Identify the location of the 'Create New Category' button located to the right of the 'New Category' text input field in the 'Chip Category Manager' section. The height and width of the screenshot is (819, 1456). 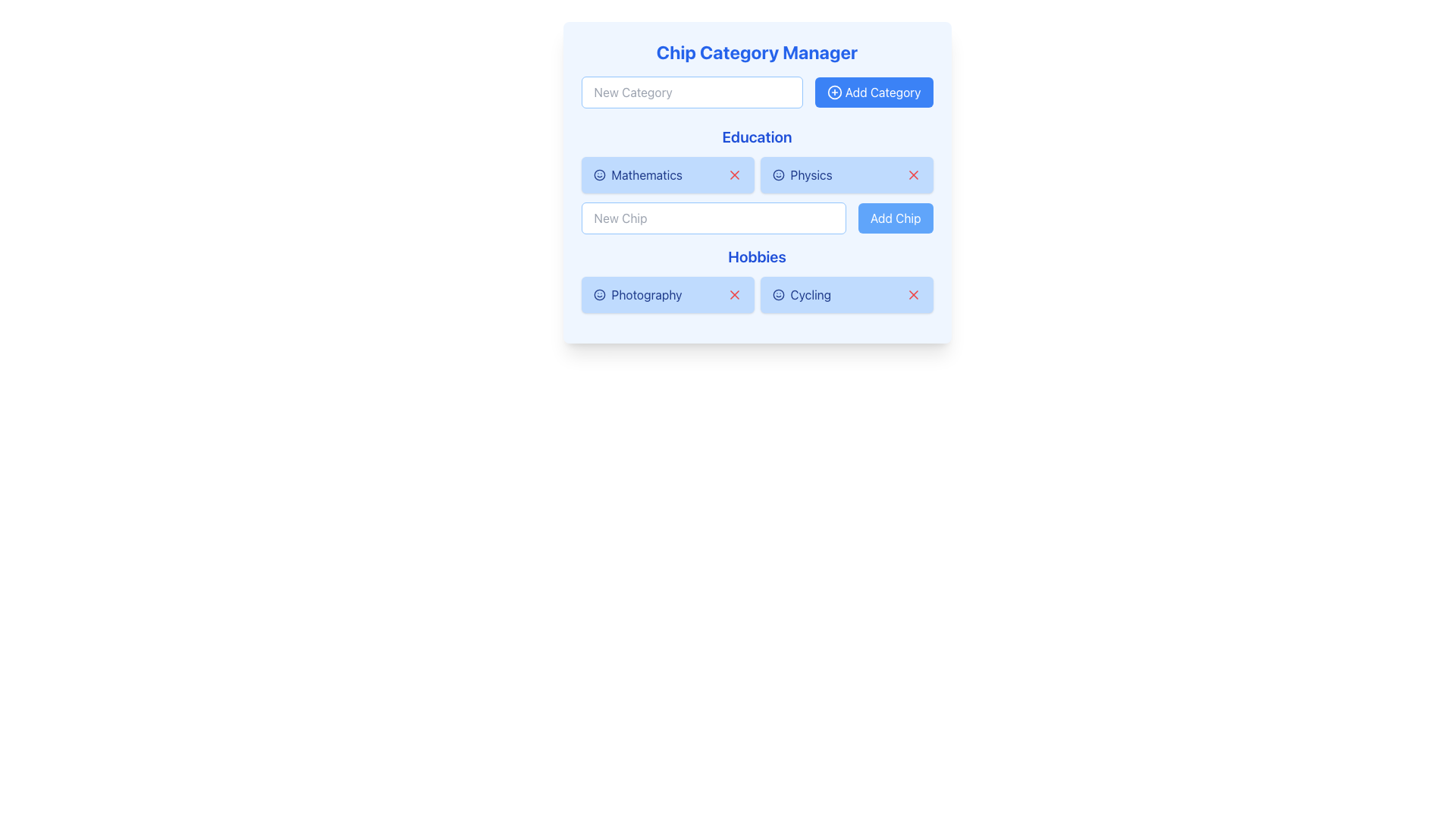
(874, 93).